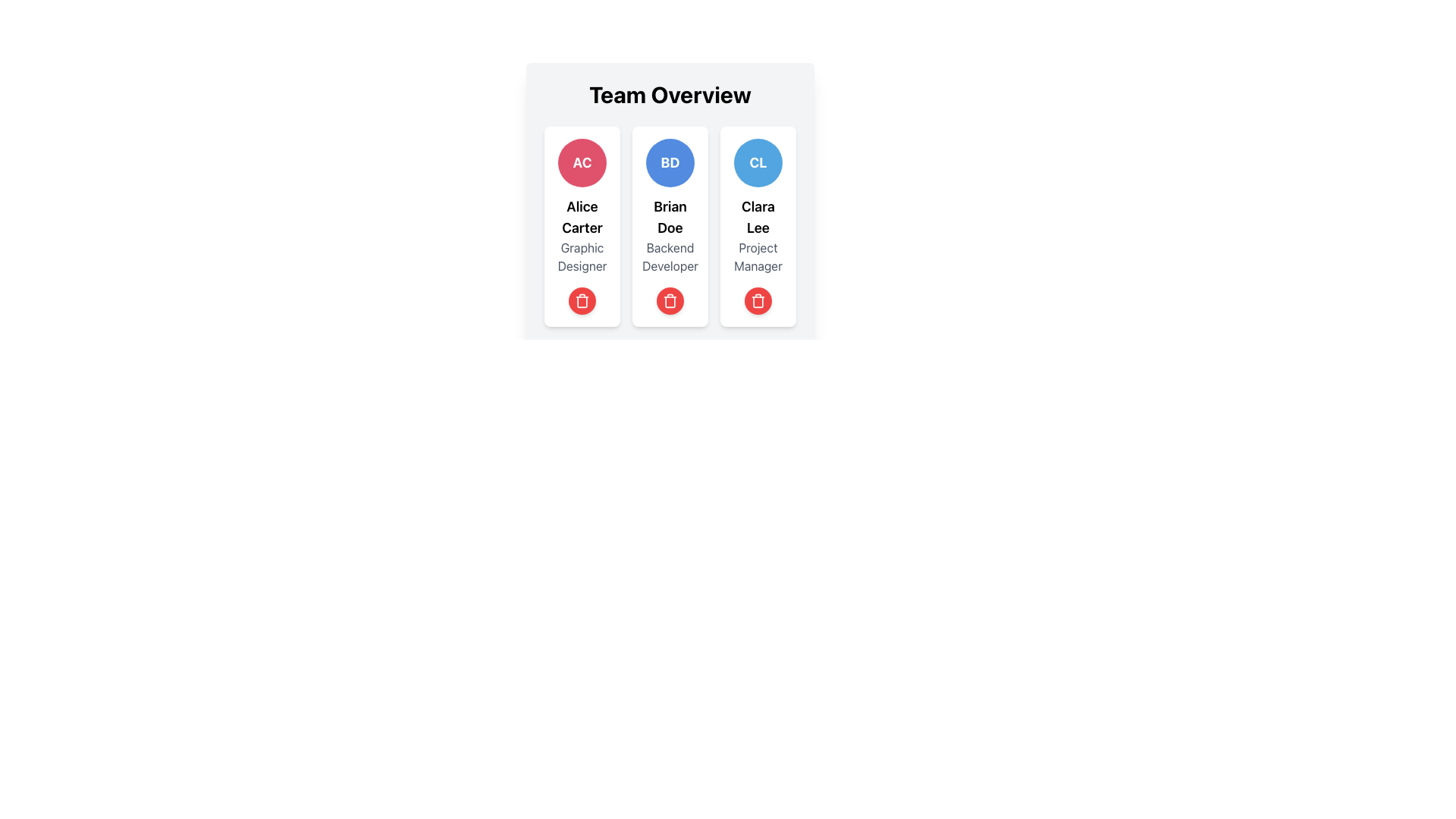  I want to click on the Text label displaying 'Brian Doe', which is located below the circular badge with initials 'BD' and above the text 'Backend Developer' within the central card of the 'Team Overview', so click(669, 217).